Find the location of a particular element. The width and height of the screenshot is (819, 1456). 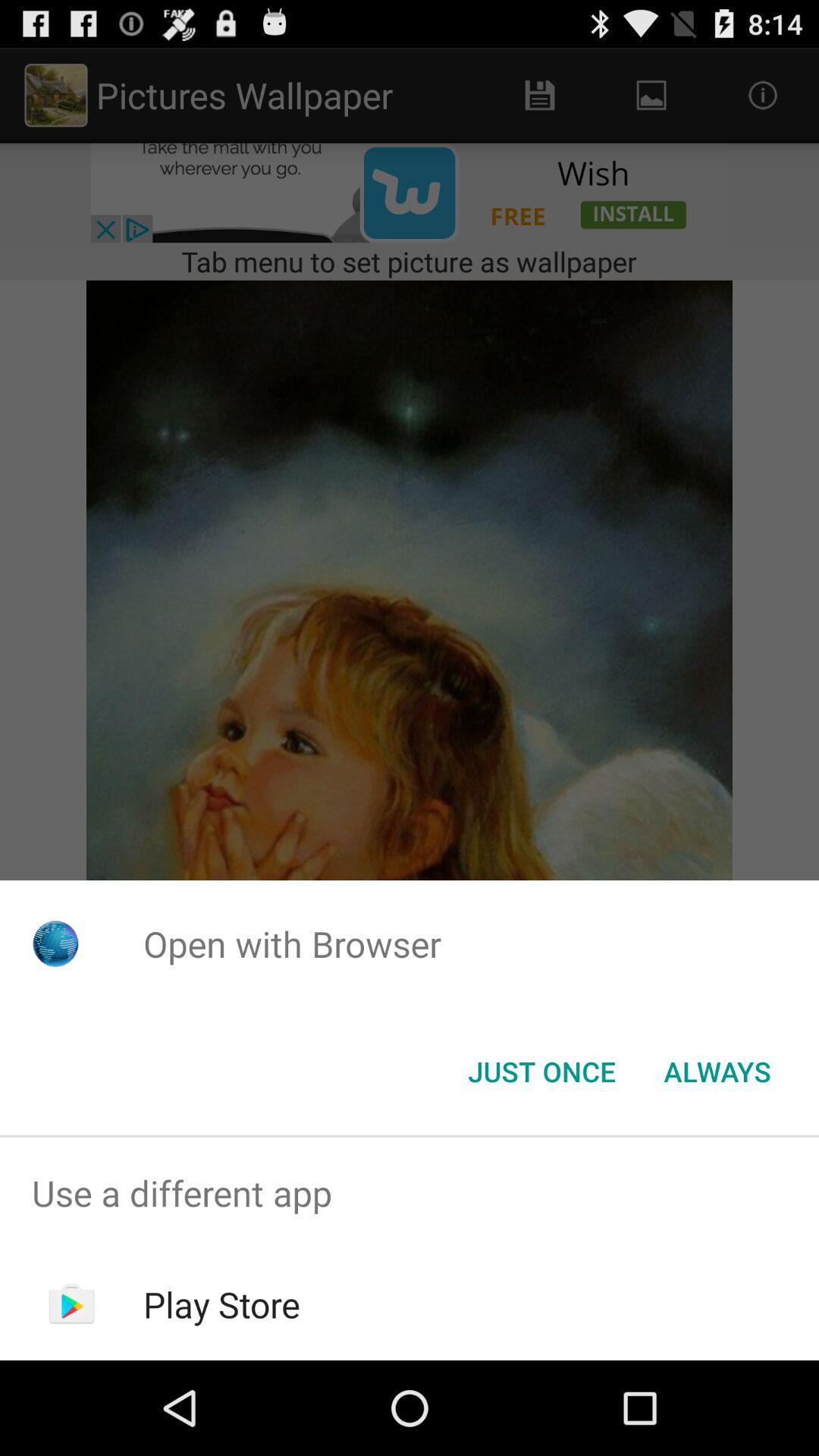

app above play store is located at coordinates (409, 1192).